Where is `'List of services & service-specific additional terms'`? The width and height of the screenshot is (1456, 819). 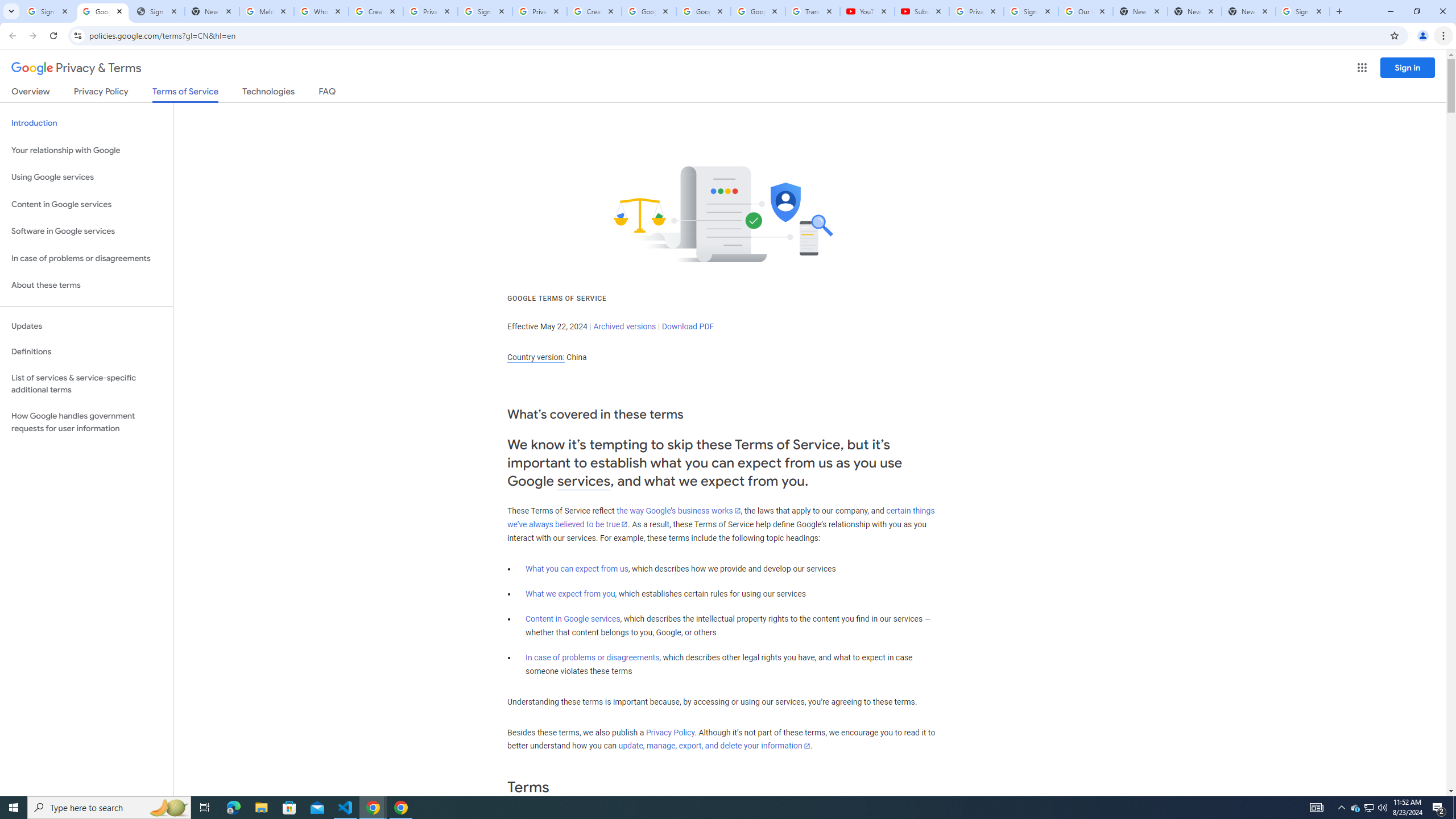
'List of services & service-specific additional terms' is located at coordinates (86, 383).